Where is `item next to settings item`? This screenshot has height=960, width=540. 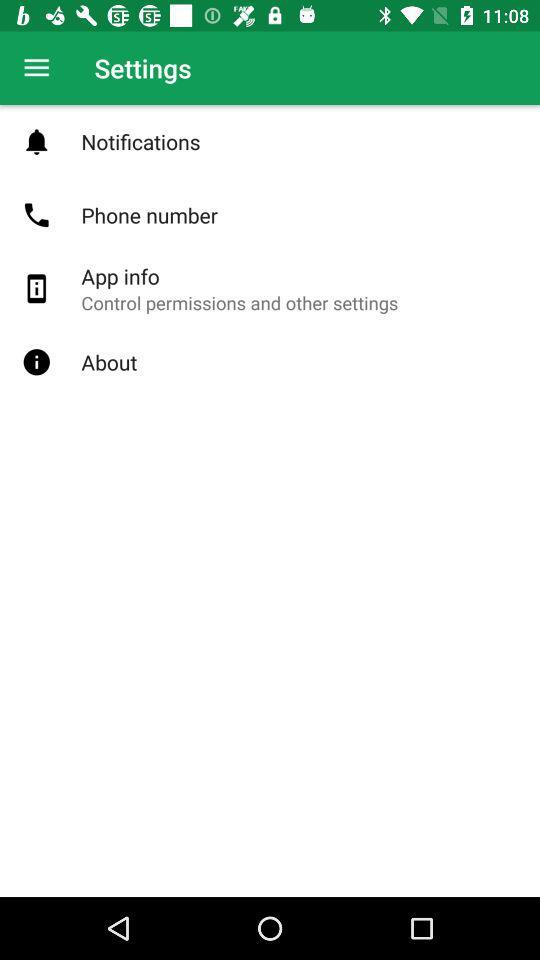 item next to settings item is located at coordinates (36, 68).